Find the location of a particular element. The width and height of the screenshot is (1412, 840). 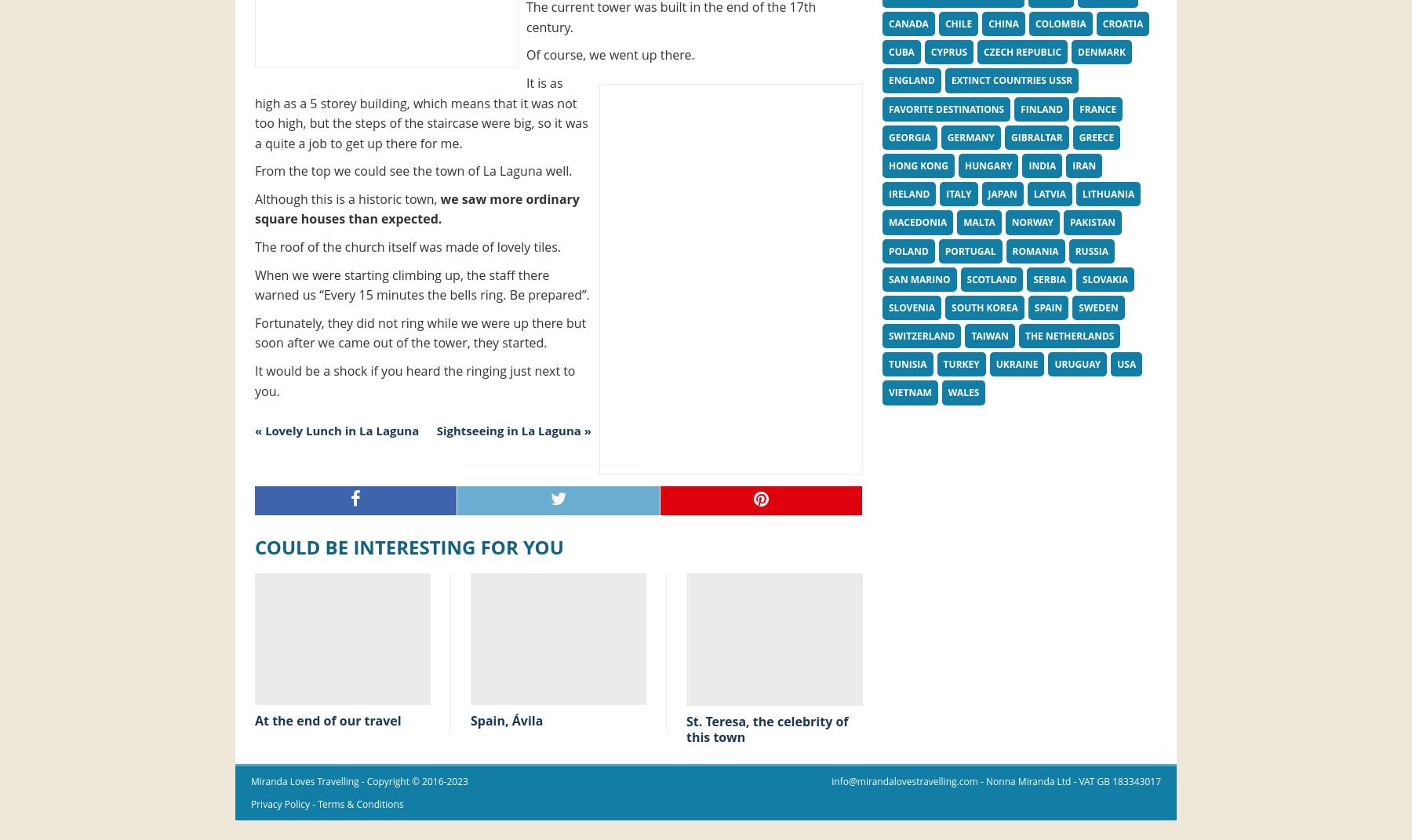

'From the top we could see the town of La Laguna well.' is located at coordinates (413, 169).